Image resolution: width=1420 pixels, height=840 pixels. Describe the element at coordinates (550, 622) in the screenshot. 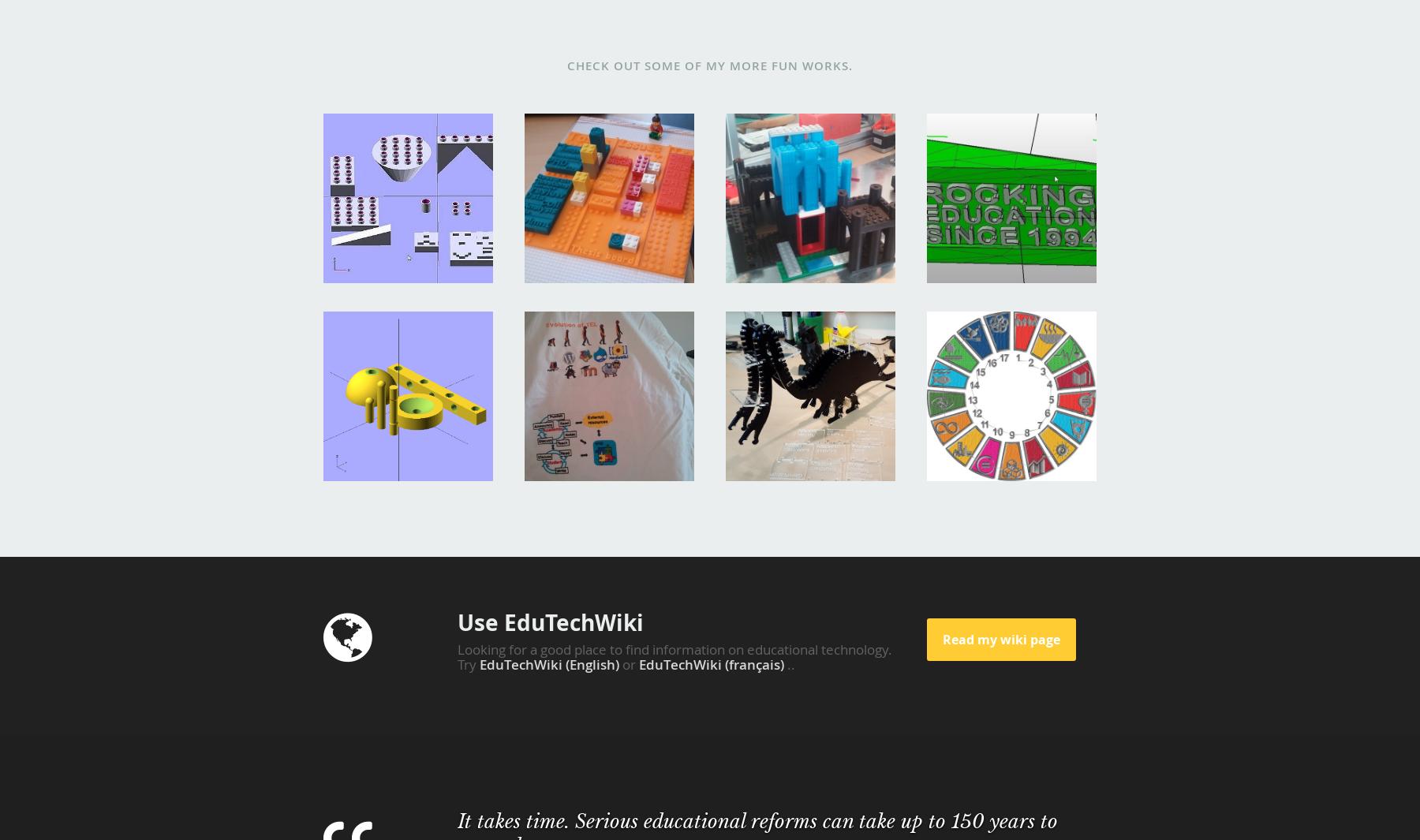

I see `'Use EduTechWiki'` at that location.